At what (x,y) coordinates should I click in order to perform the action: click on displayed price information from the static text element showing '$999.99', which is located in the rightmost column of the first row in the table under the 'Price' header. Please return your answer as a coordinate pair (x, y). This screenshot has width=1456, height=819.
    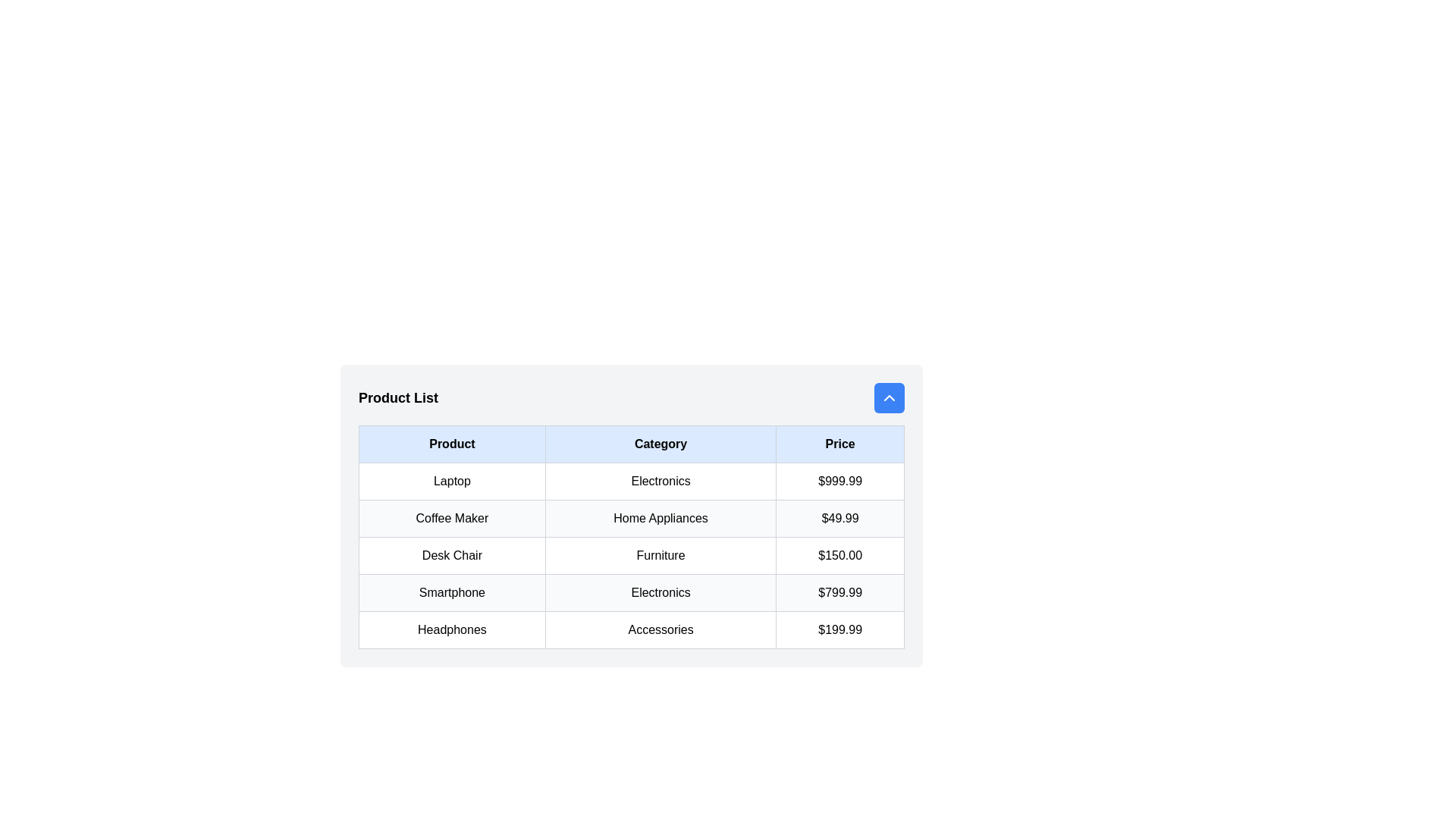
    Looking at the image, I should click on (839, 482).